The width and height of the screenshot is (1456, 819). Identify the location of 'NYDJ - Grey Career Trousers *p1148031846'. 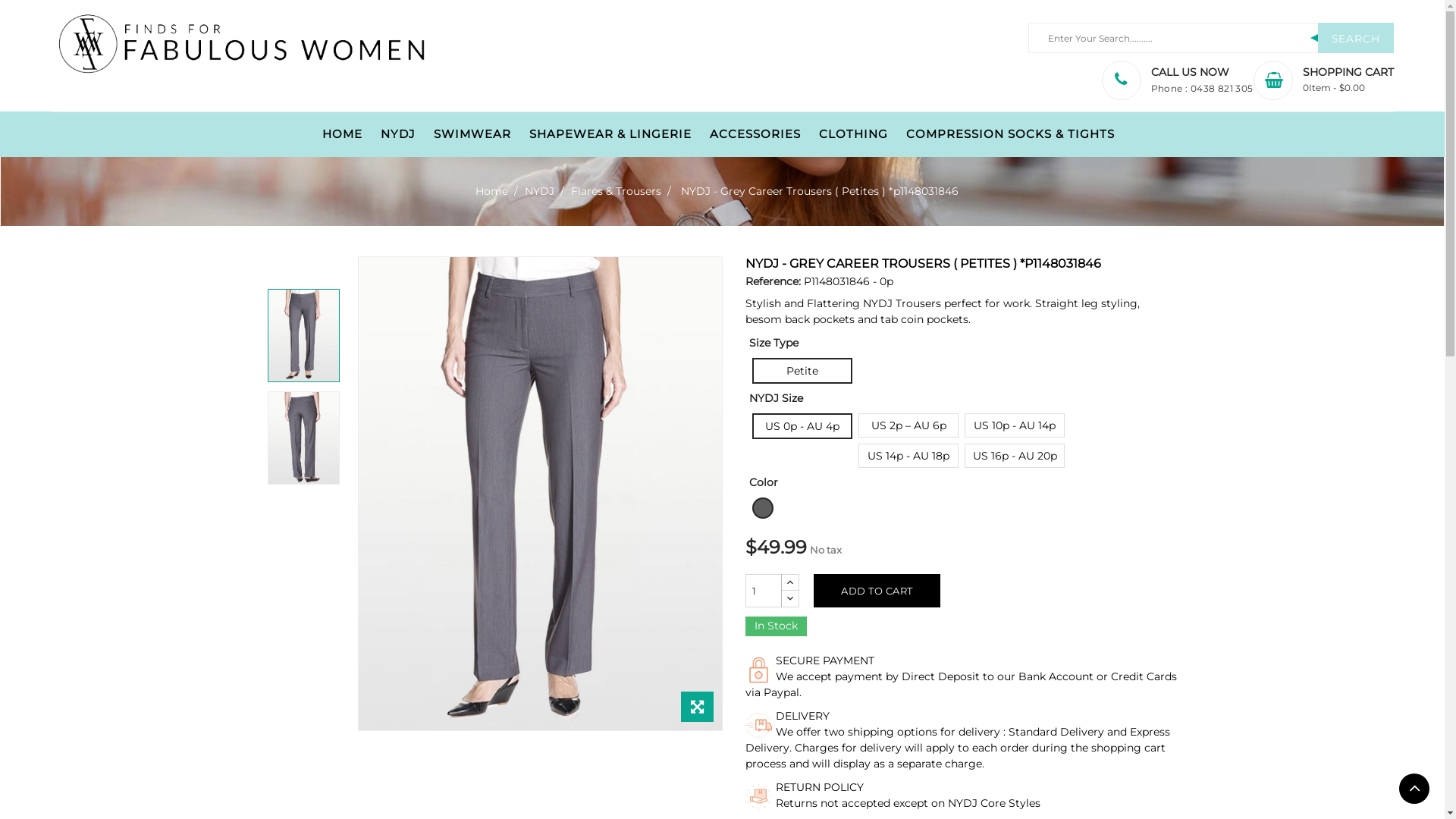
(303, 334).